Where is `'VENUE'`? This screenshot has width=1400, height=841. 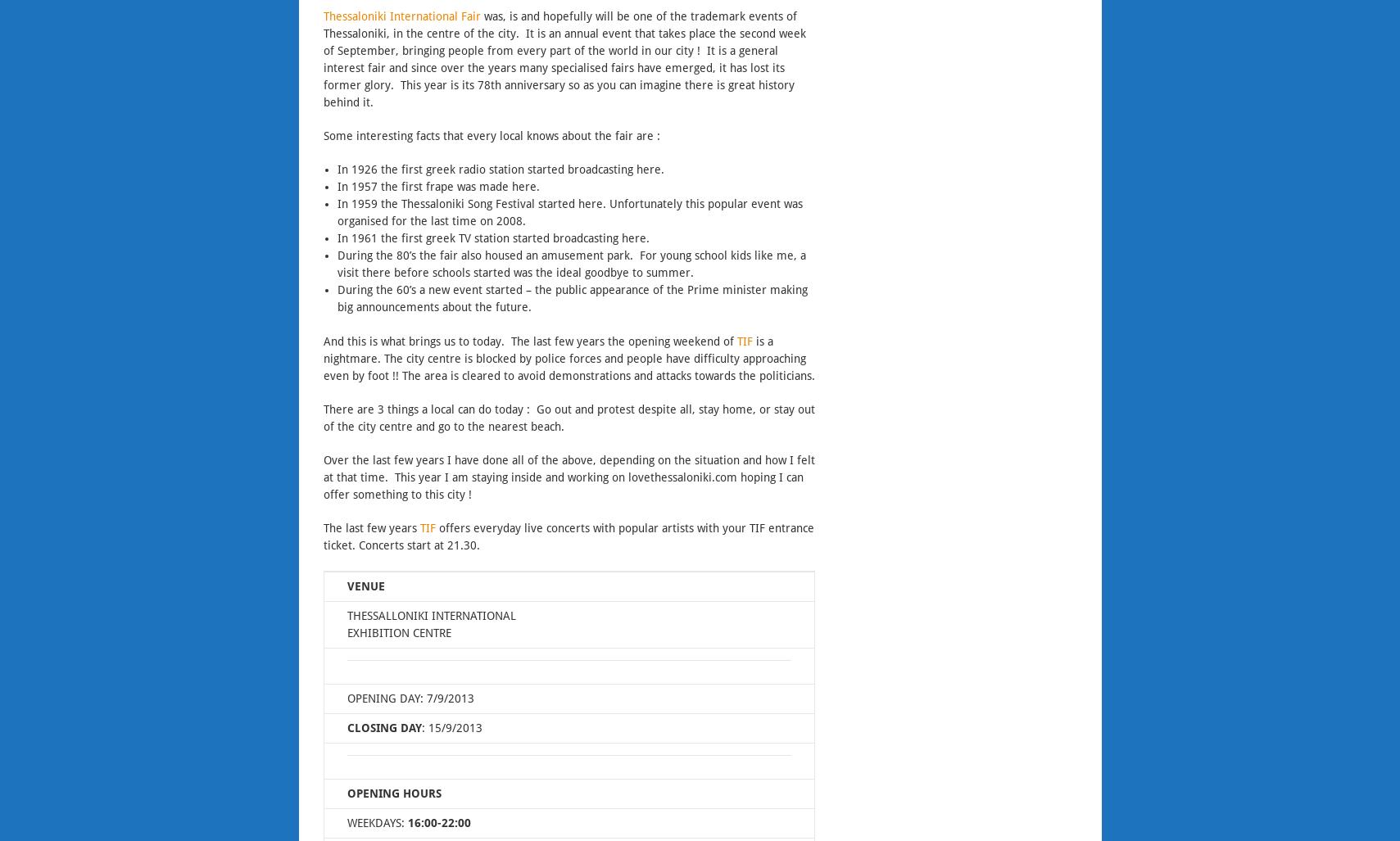
'VENUE' is located at coordinates (365, 586).